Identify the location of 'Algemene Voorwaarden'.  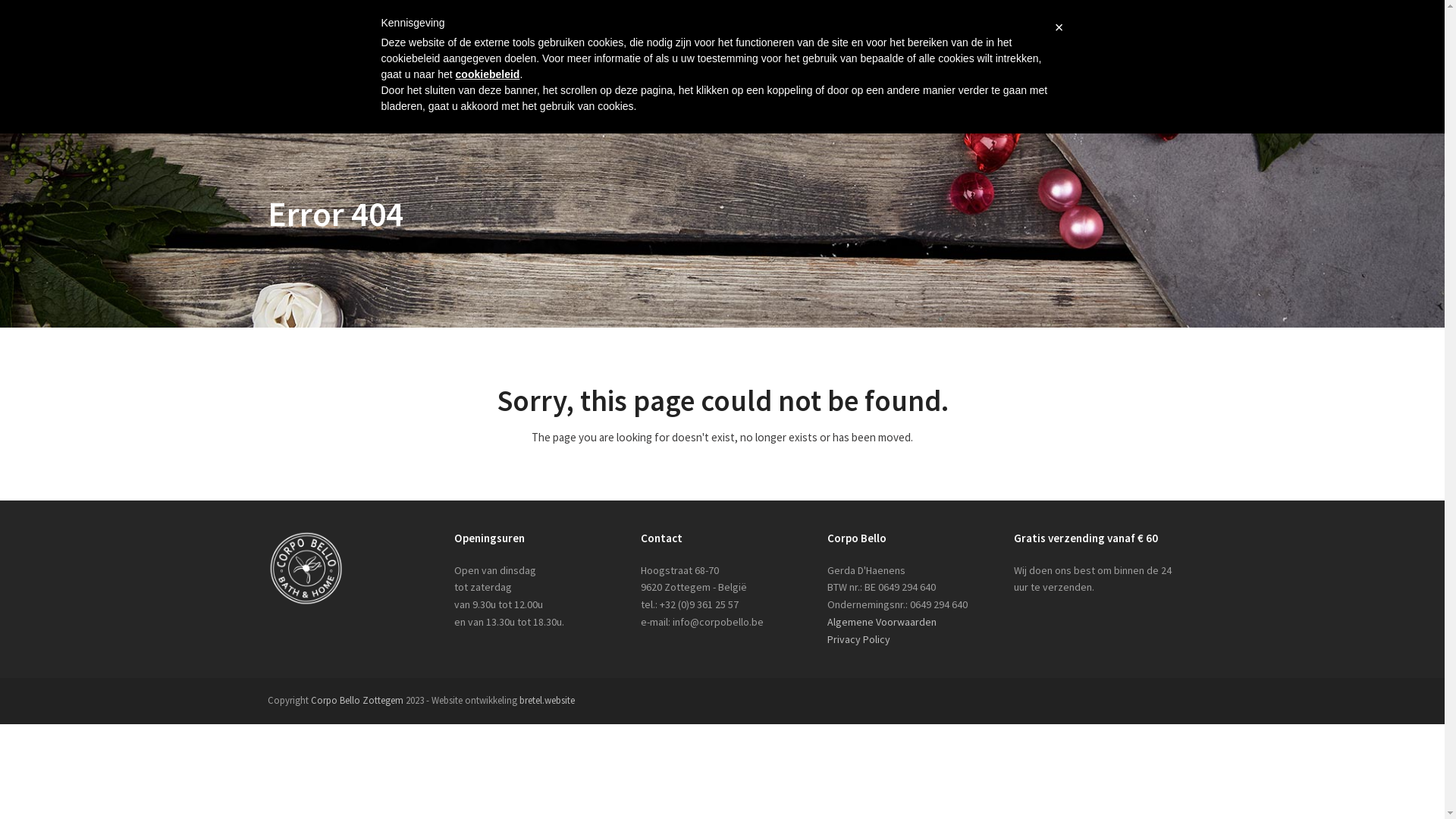
(880, 622).